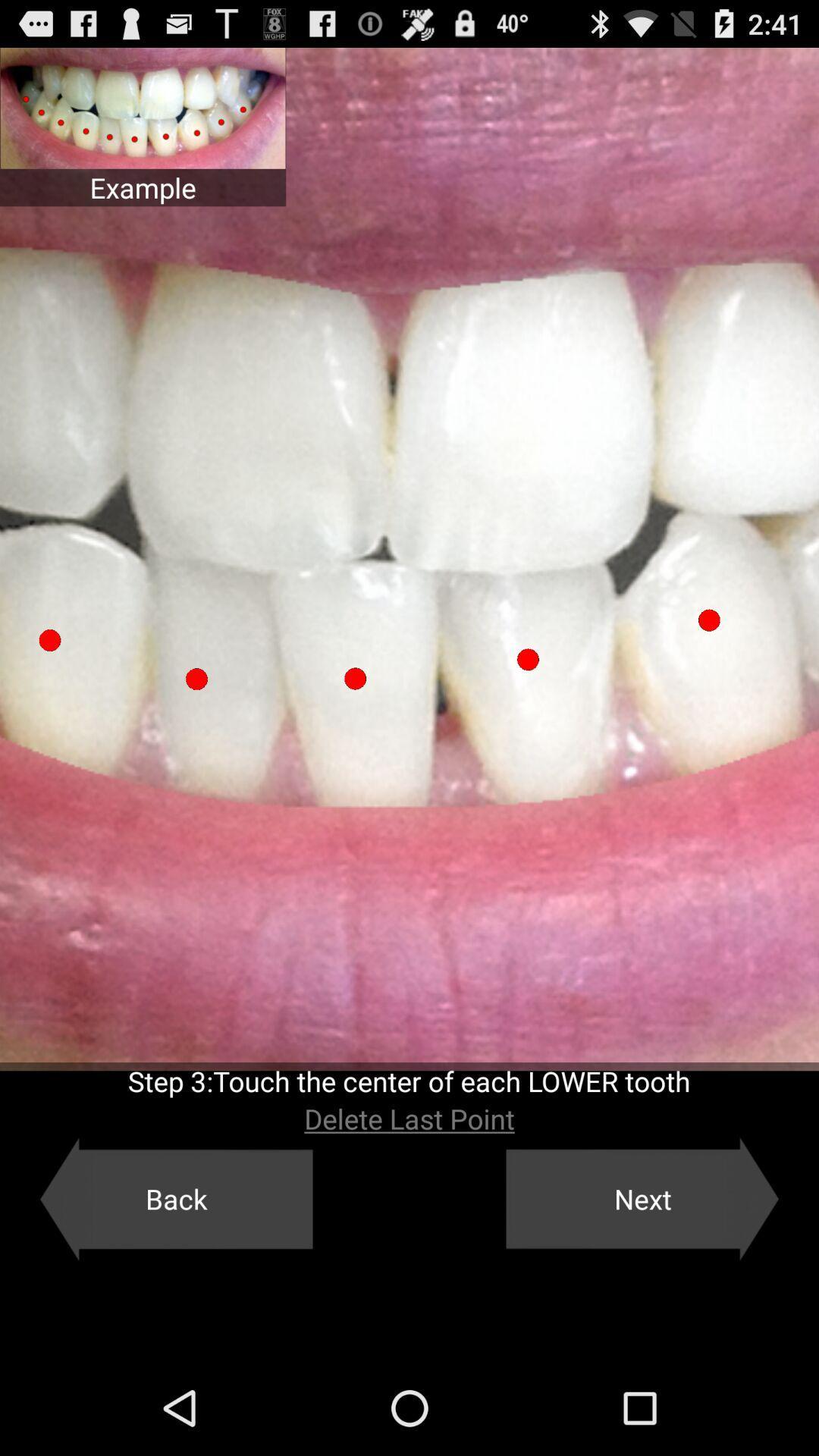 Image resolution: width=819 pixels, height=1456 pixels. Describe the element at coordinates (175, 1198) in the screenshot. I see `item next to next item` at that location.